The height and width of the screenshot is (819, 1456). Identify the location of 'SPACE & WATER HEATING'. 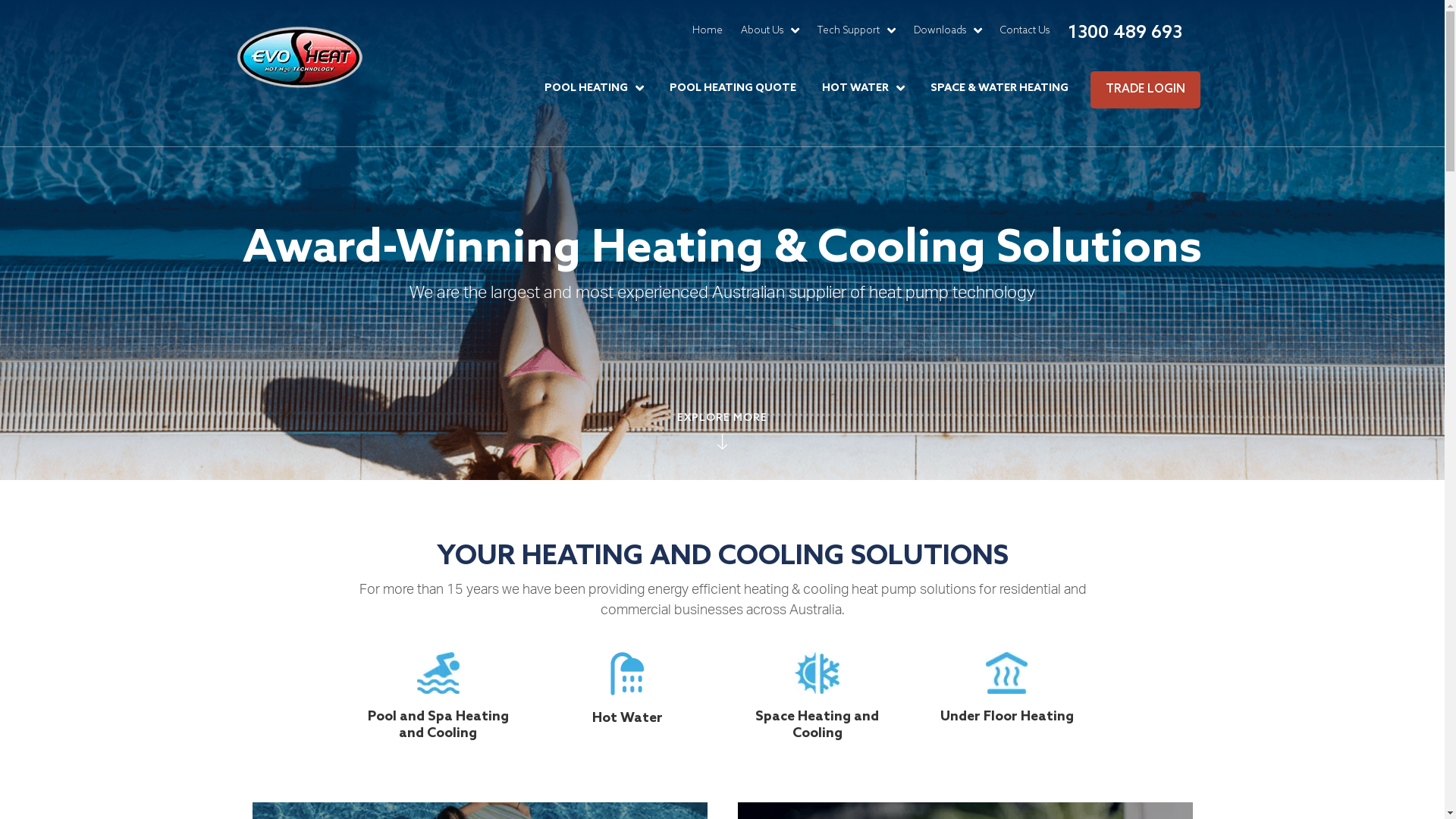
(998, 88).